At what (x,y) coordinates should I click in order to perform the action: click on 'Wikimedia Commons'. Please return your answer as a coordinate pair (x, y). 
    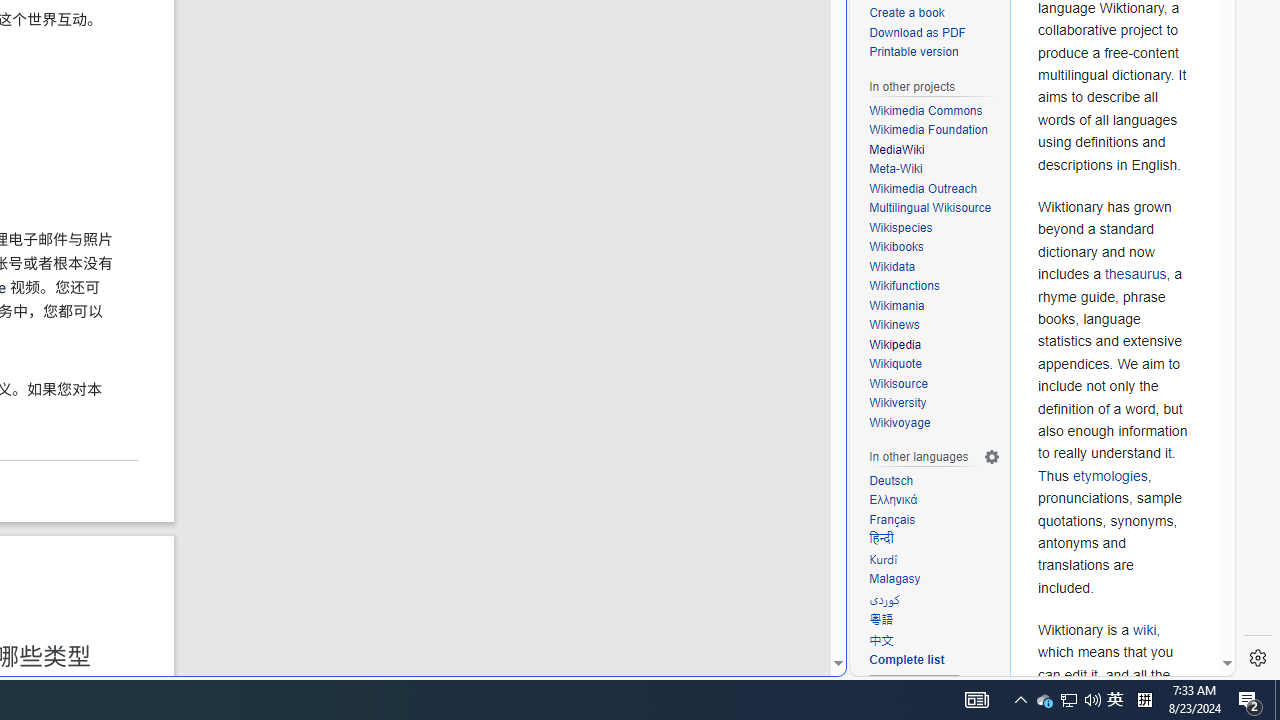
    Looking at the image, I should click on (934, 111).